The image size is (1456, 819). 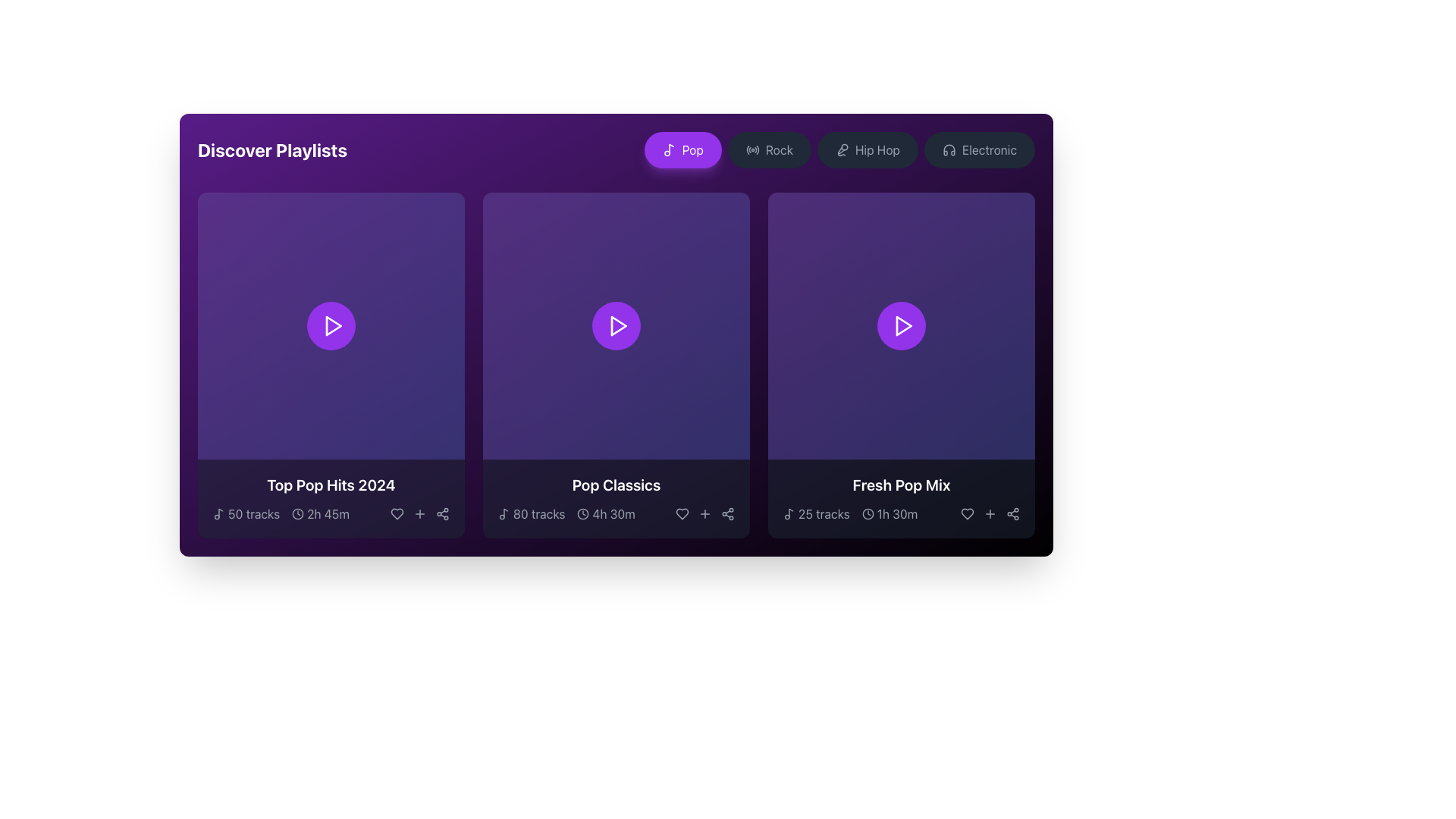 What do you see at coordinates (272, 149) in the screenshot?
I see `the heading or title text located in the purple header at the top-left corner of the interface, which serves as the title for the section showcasing playlists categorized by genre` at bounding box center [272, 149].